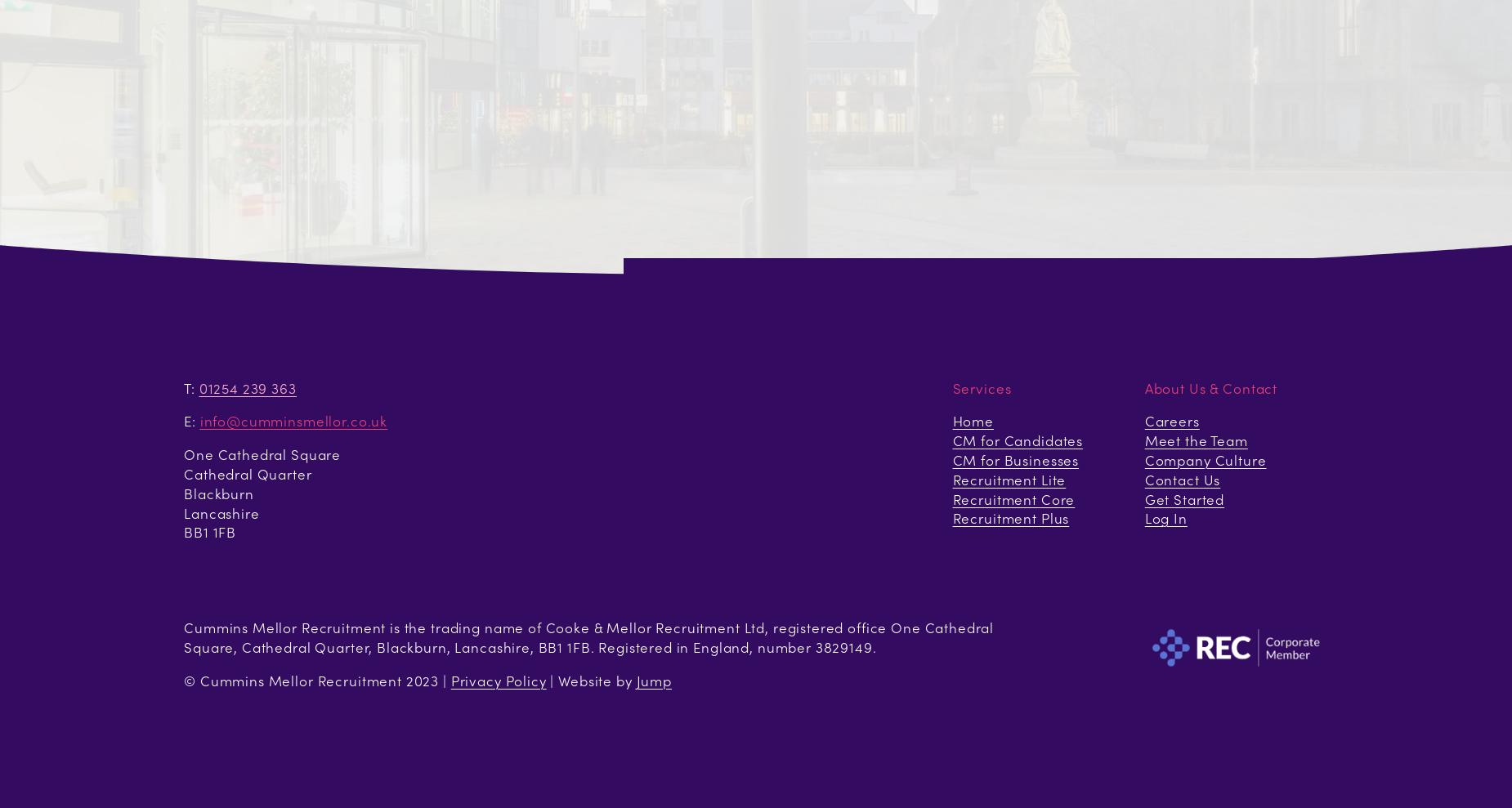 The width and height of the screenshot is (1512, 808). Describe the element at coordinates (951, 420) in the screenshot. I see `'Home'` at that location.